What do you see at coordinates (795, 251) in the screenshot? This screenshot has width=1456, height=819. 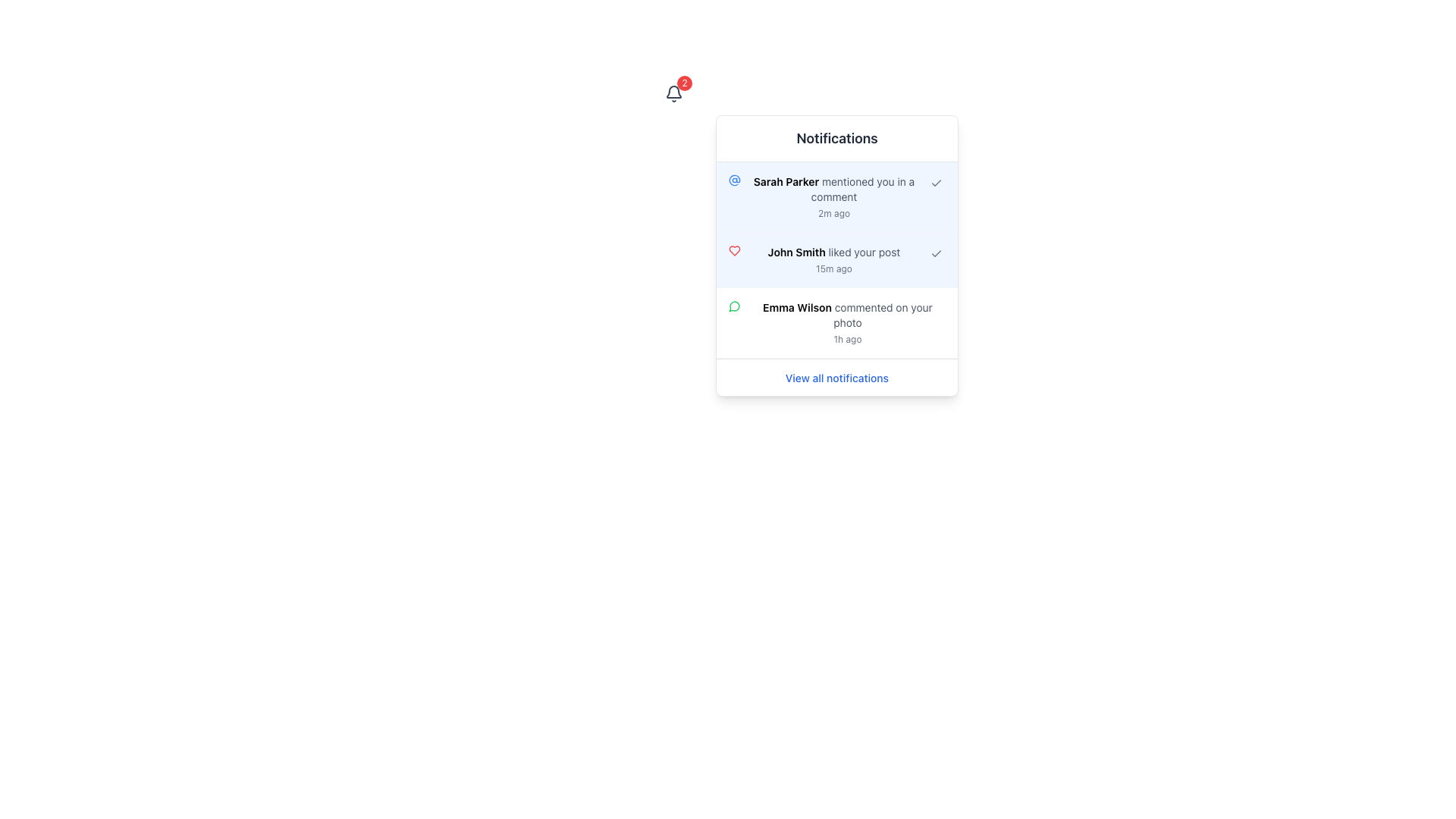 I see `the text element that displays 'John Smith' in the second notification of the notifications panel` at bounding box center [795, 251].